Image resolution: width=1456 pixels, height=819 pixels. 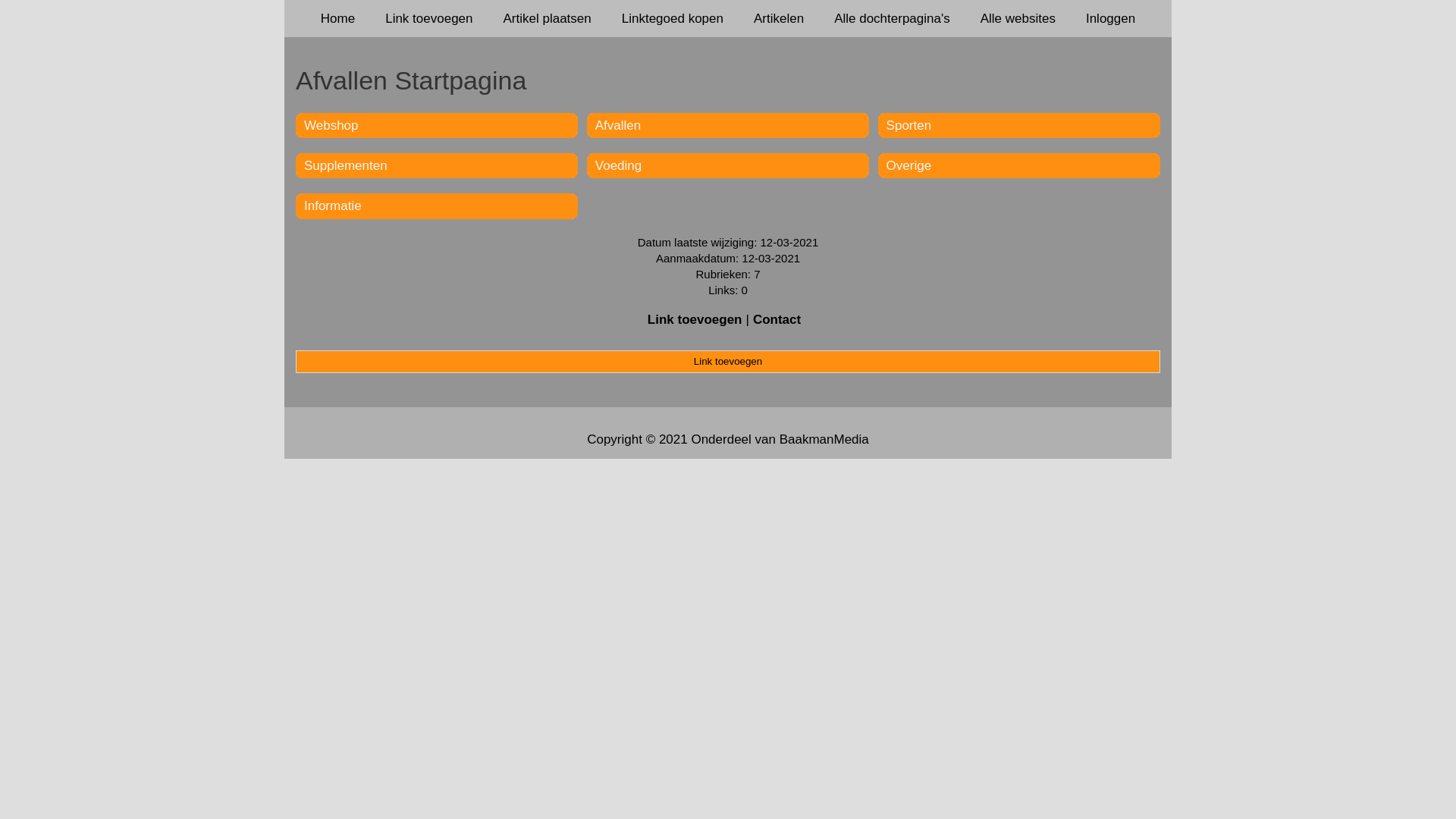 What do you see at coordinates (330, 124) in the screenshot?
I see `'Webshop'` at bounding box center [330, 124].